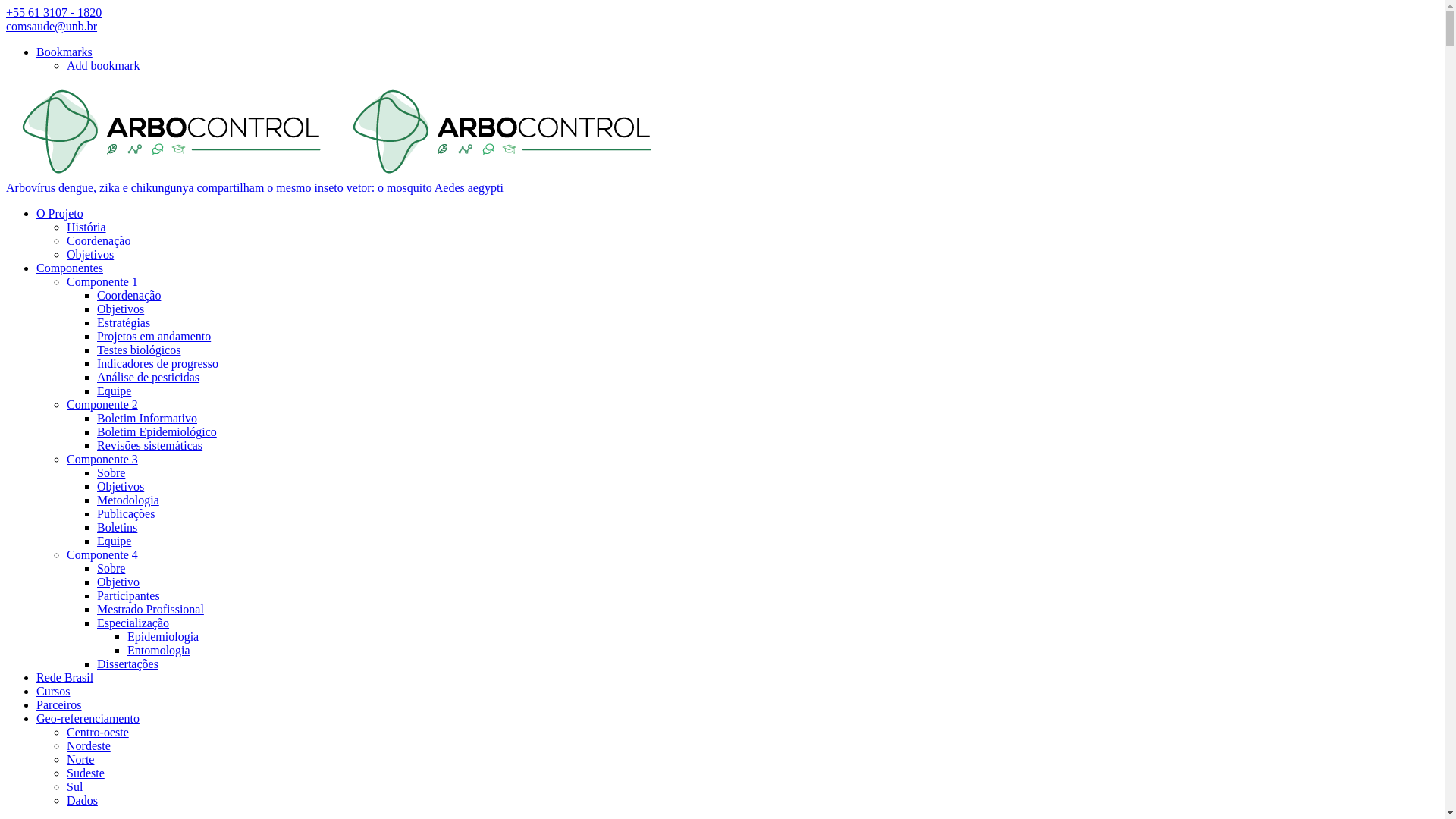 The width and height of the screenshot is (1456, 819). I want to click on 'O Projeto', so click(59, 213).